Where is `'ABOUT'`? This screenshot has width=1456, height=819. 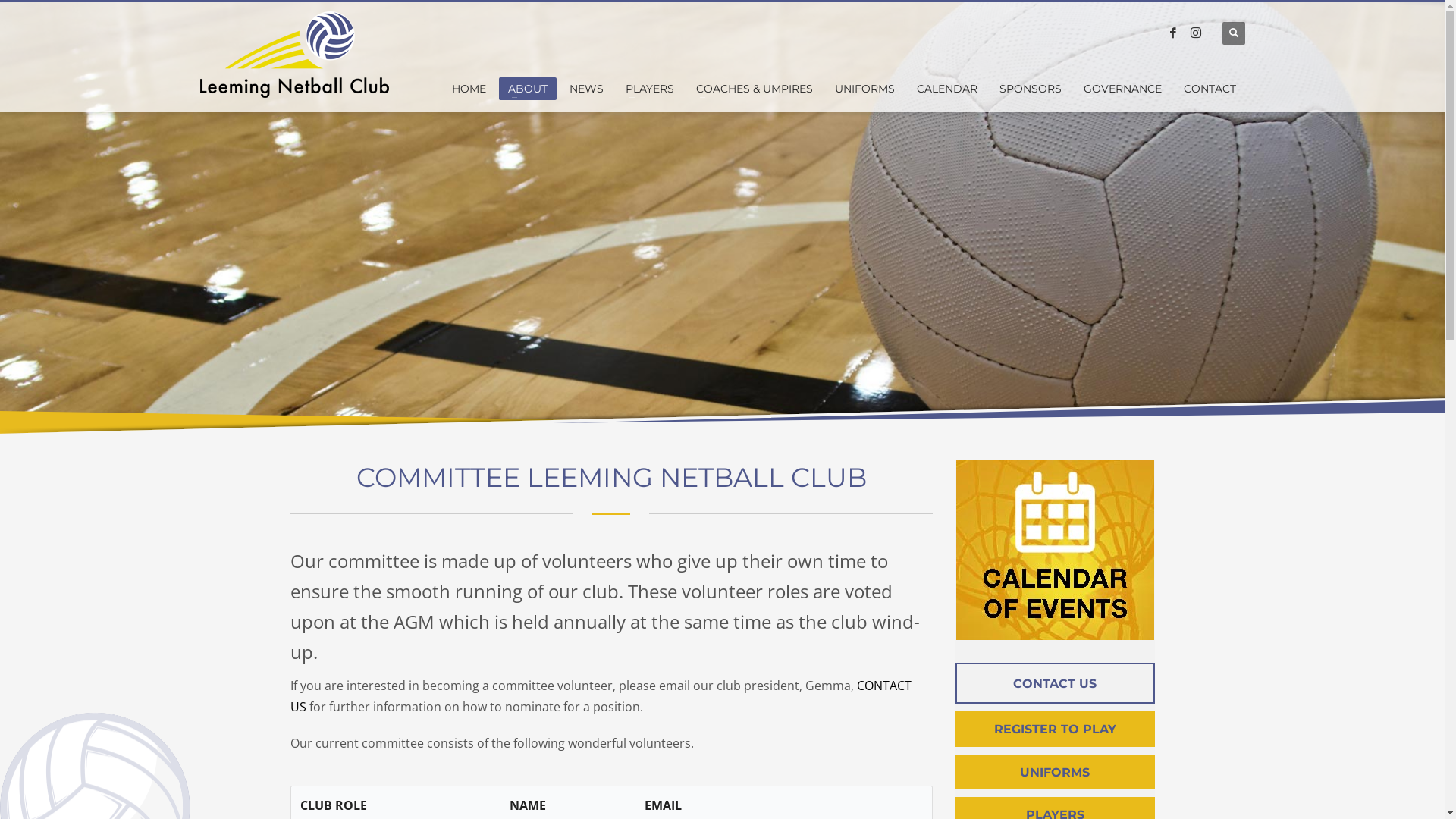
'ABOUT' is located at coordinates (528, 88).